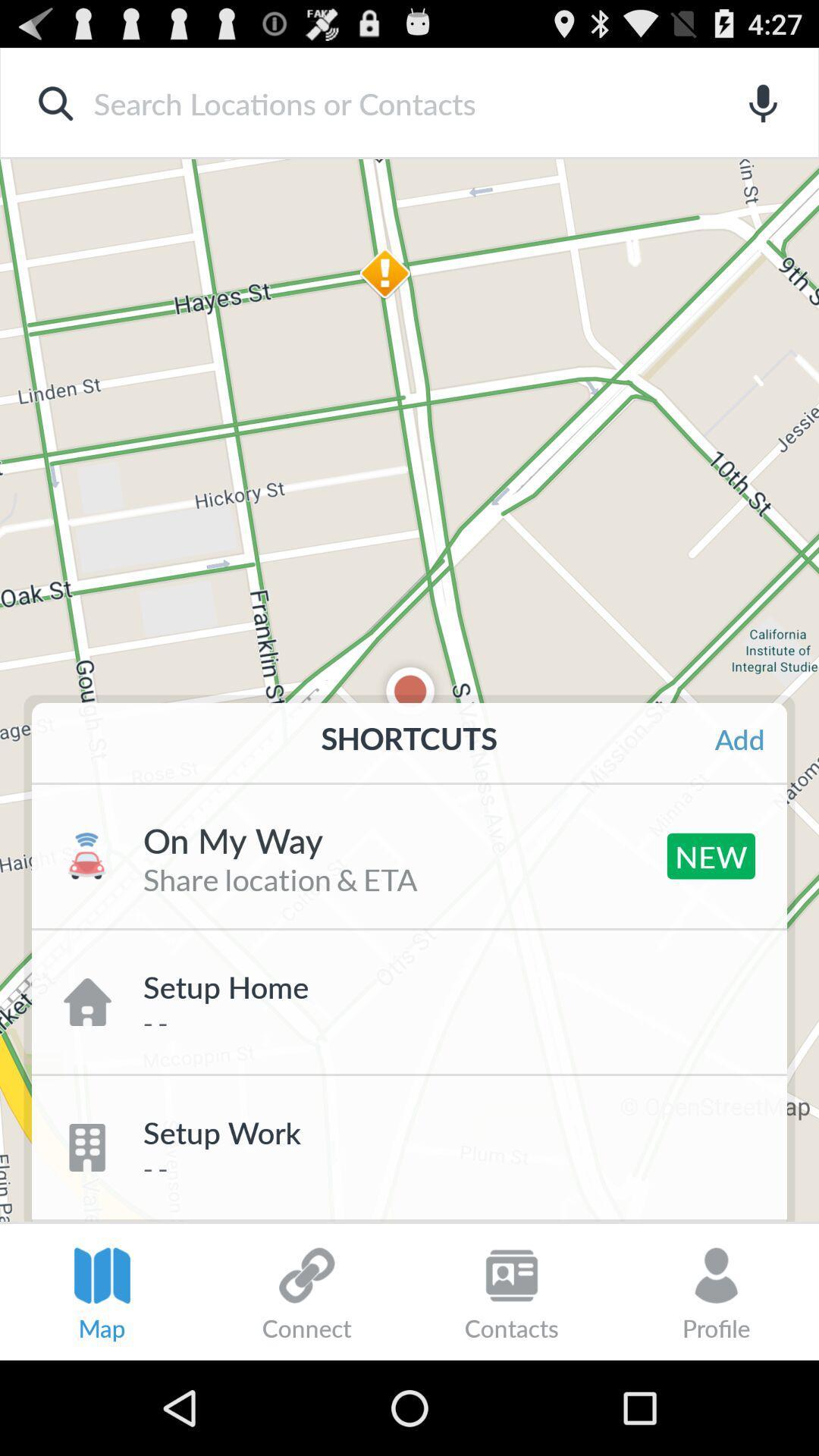  What do you see at coordinates (763, 110) in the screenshot?
I see `the microphone icon` at bounding box center [763, 110].